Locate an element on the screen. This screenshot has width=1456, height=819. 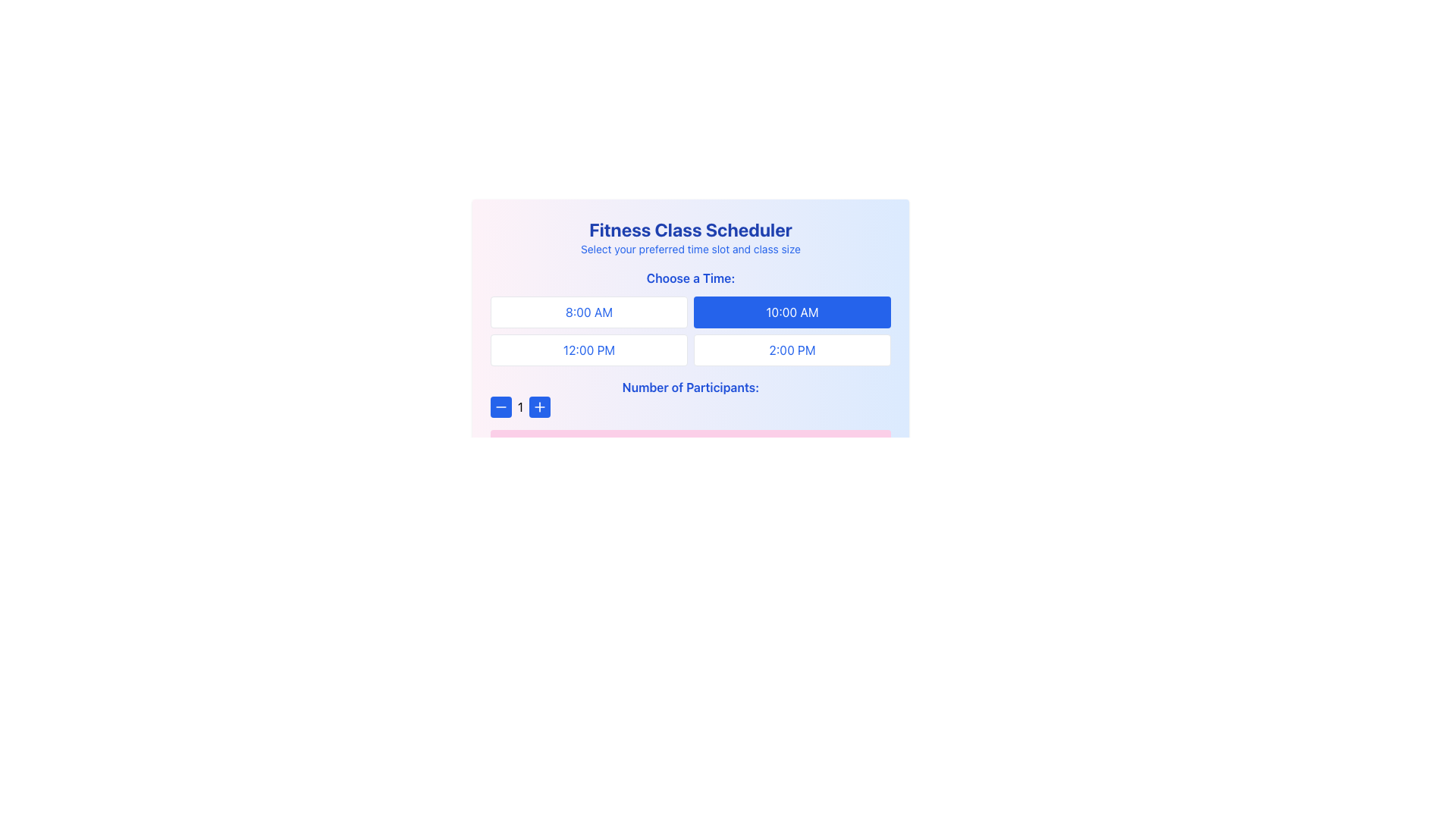
the grid containing selectable time slots, located directly below the 'Choose a Time:' heading is located at coordinates (690, 317).